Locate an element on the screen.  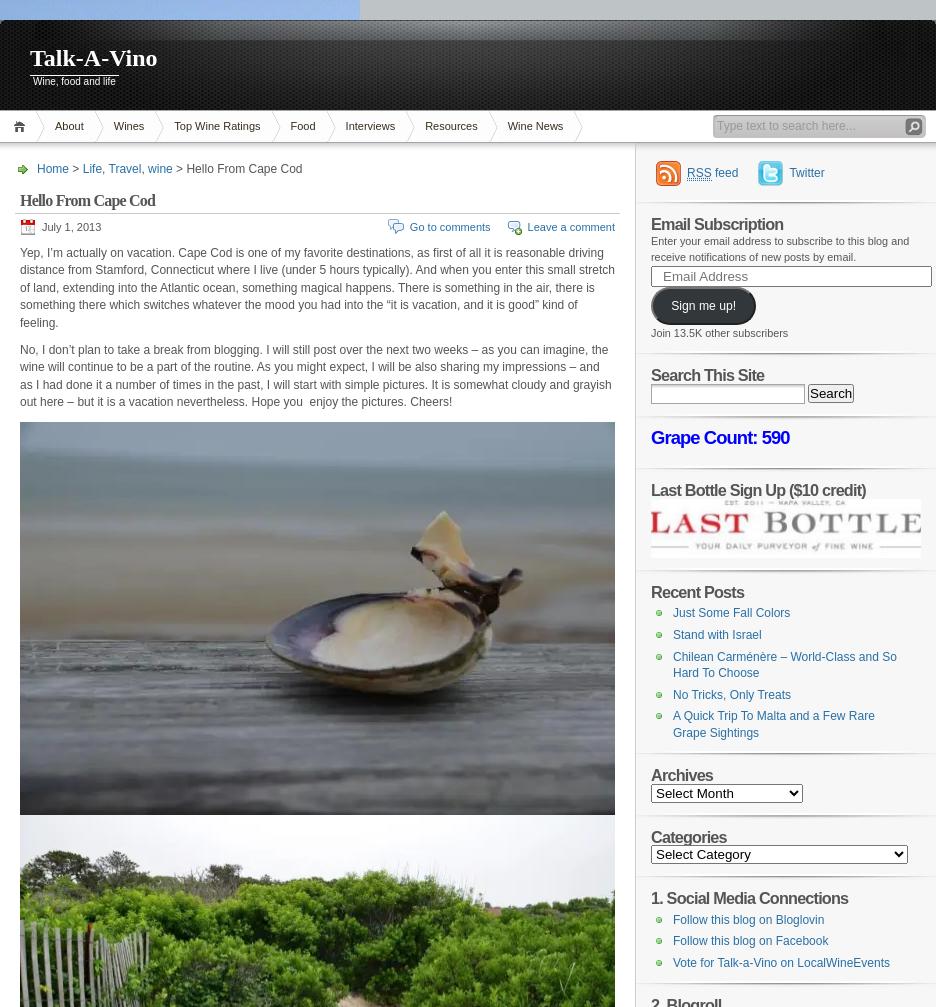
'Yep, I’m actually on vacation. Cape Cod is one of my favorite destinations, as first of all it is reasonable driving distance from Stamford, Connecticut where I live (under 5 hours typically). And when you enter this small stretch of land, extending into the Atlantic ocean, something magical happens. There is something in the air, there is something there which switches whatever the mood you had into the “it is vacation, and it is good” kind of feeling.' is located at coordinates (19, 287).